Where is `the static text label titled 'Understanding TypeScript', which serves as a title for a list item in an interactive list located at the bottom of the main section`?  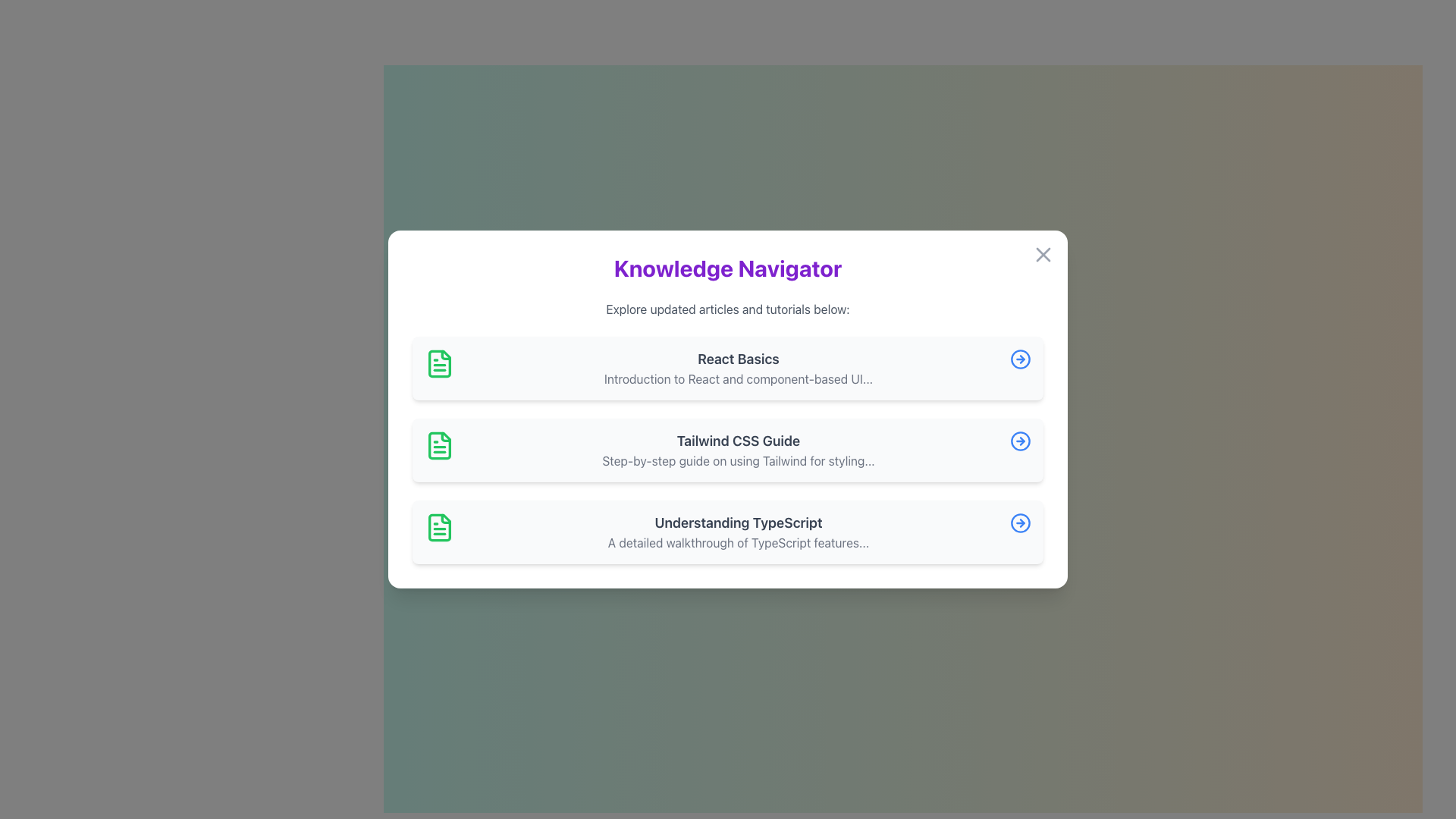
the static text label titled 'Understanding TypeScript', which serves as a title for a list item in an interactive list located at the bottom of the main section is located at coordinates (739, 522).